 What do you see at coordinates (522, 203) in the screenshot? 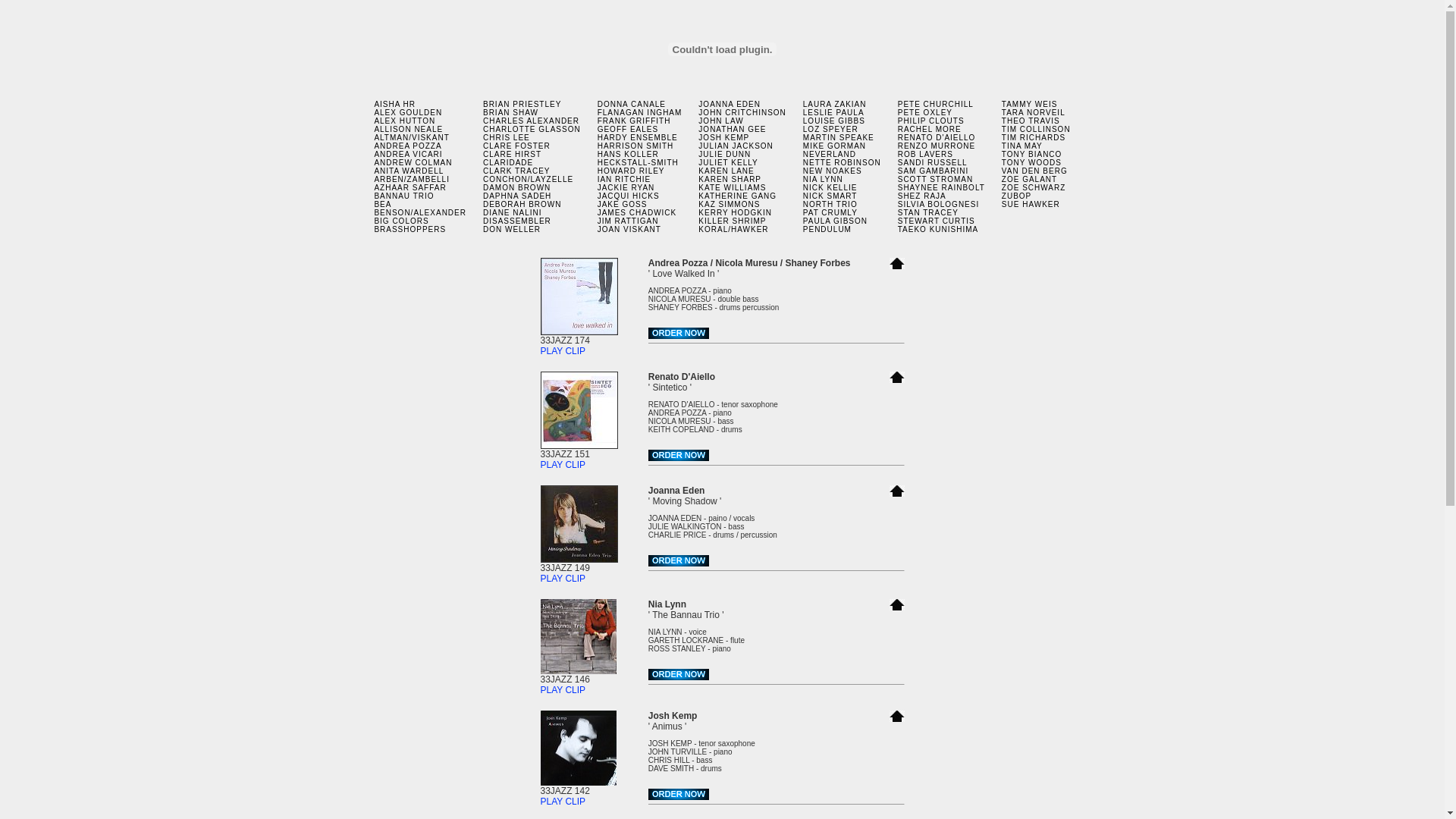
I see `'DEBORAH BROWN'` at bounding box center [522, 203].